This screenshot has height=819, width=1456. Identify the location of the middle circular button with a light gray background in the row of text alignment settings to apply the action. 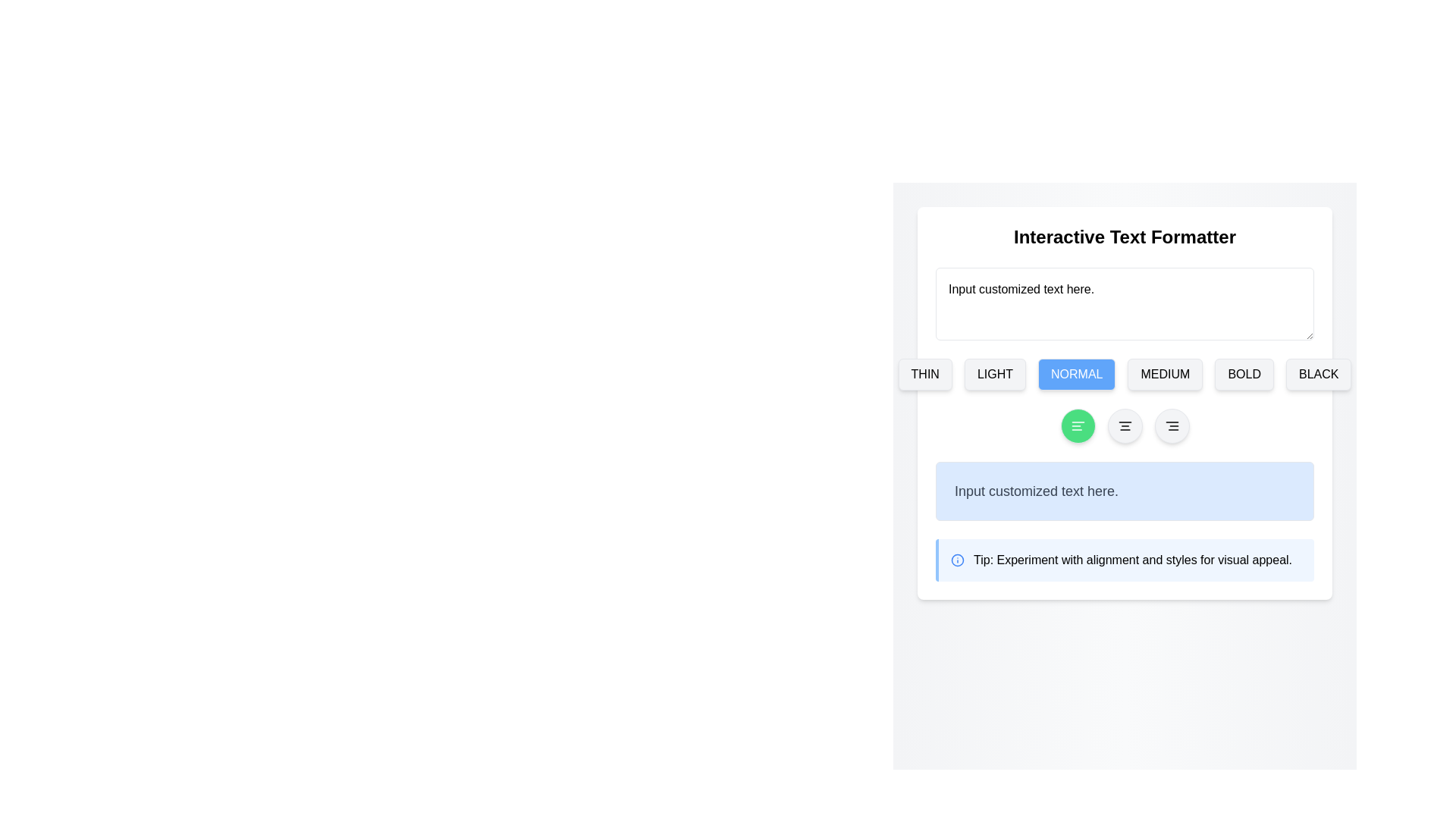
(1125, 426).